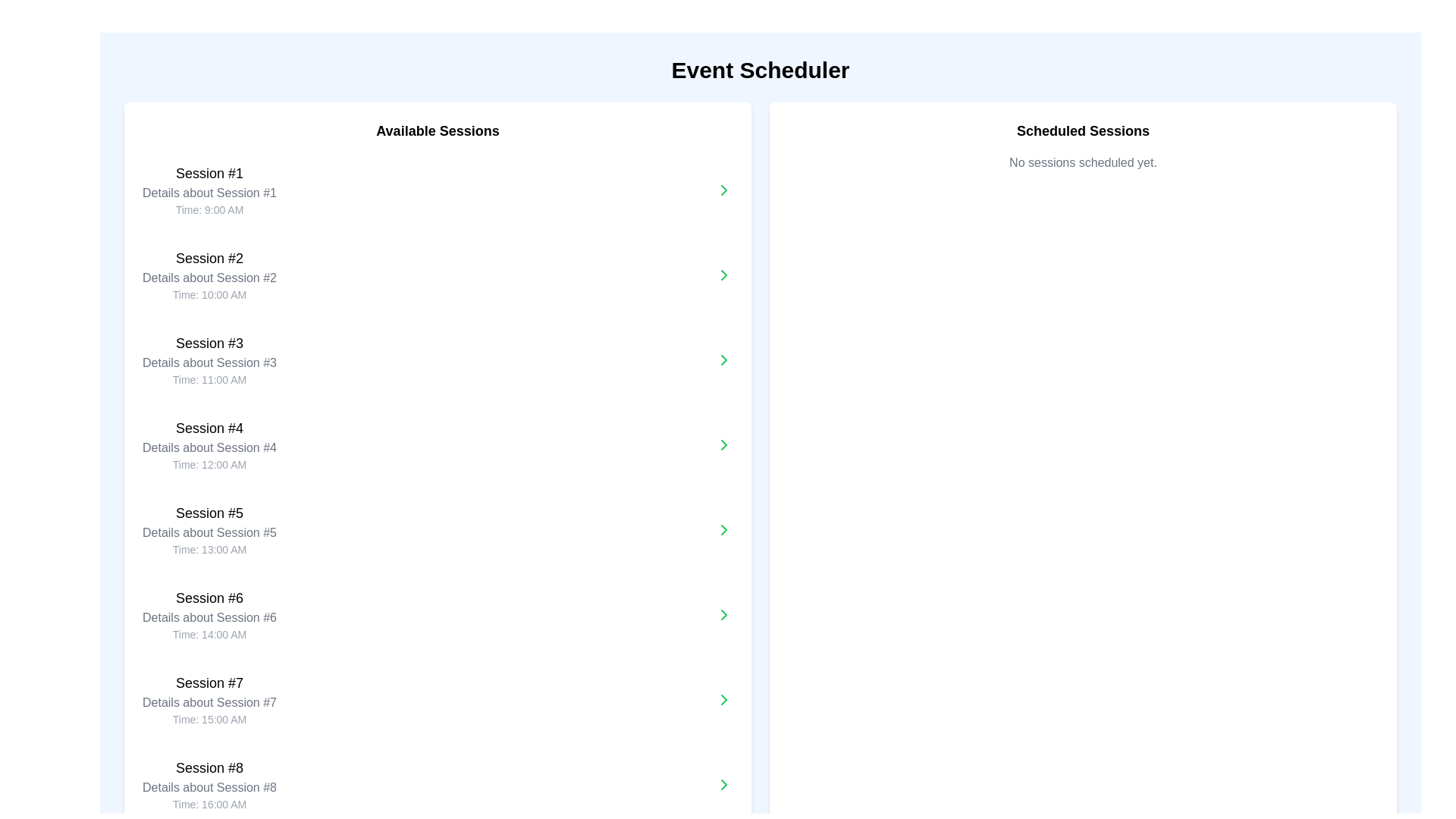 Image resolution: width=1456 pixels, height=819 pixels. I want to click on the green right-pointing chevron icon corresponding to 'Session #8' in the 'Available Sessions' section, so click(723, 784).